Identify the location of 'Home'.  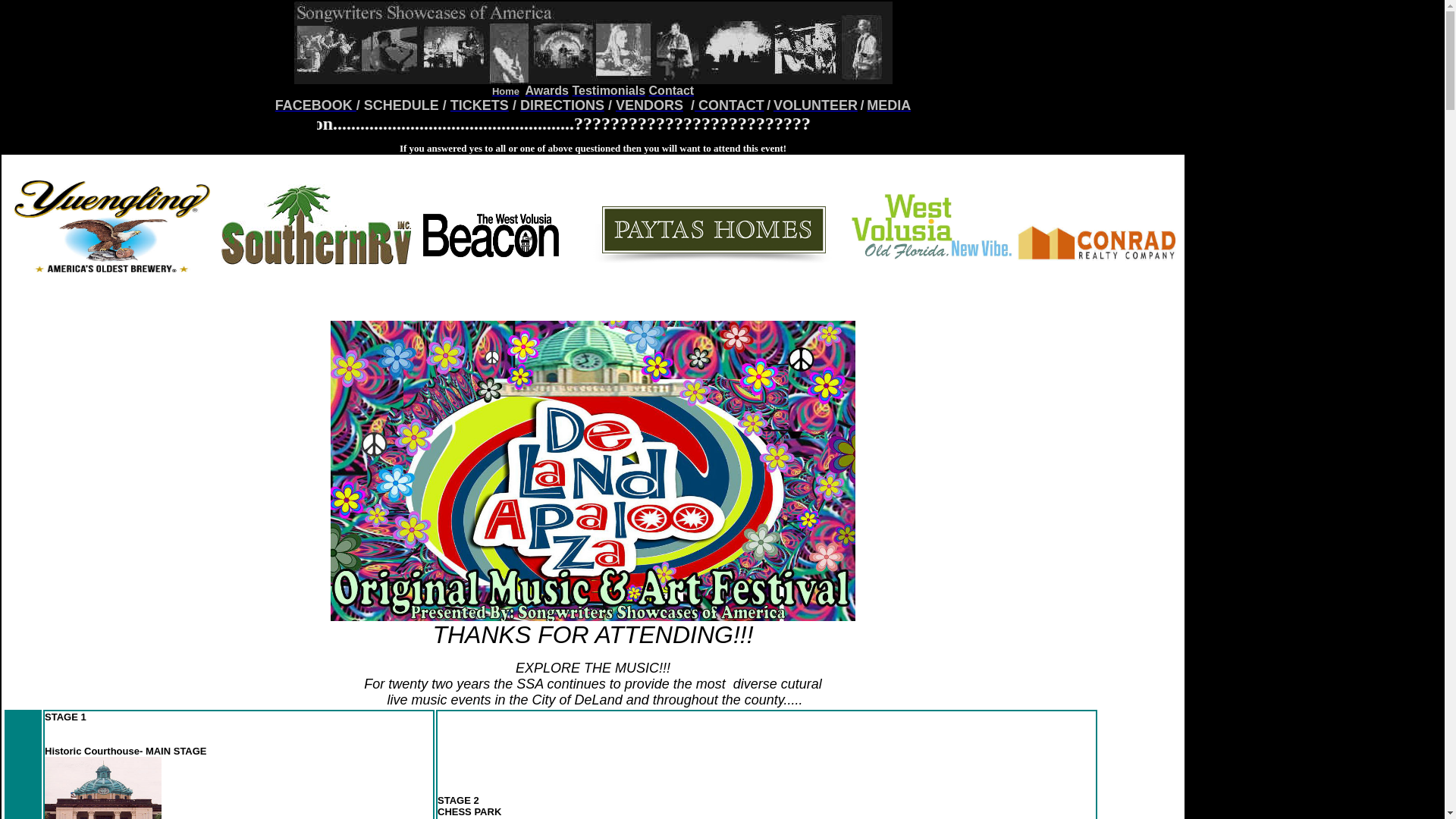
(506, 91).